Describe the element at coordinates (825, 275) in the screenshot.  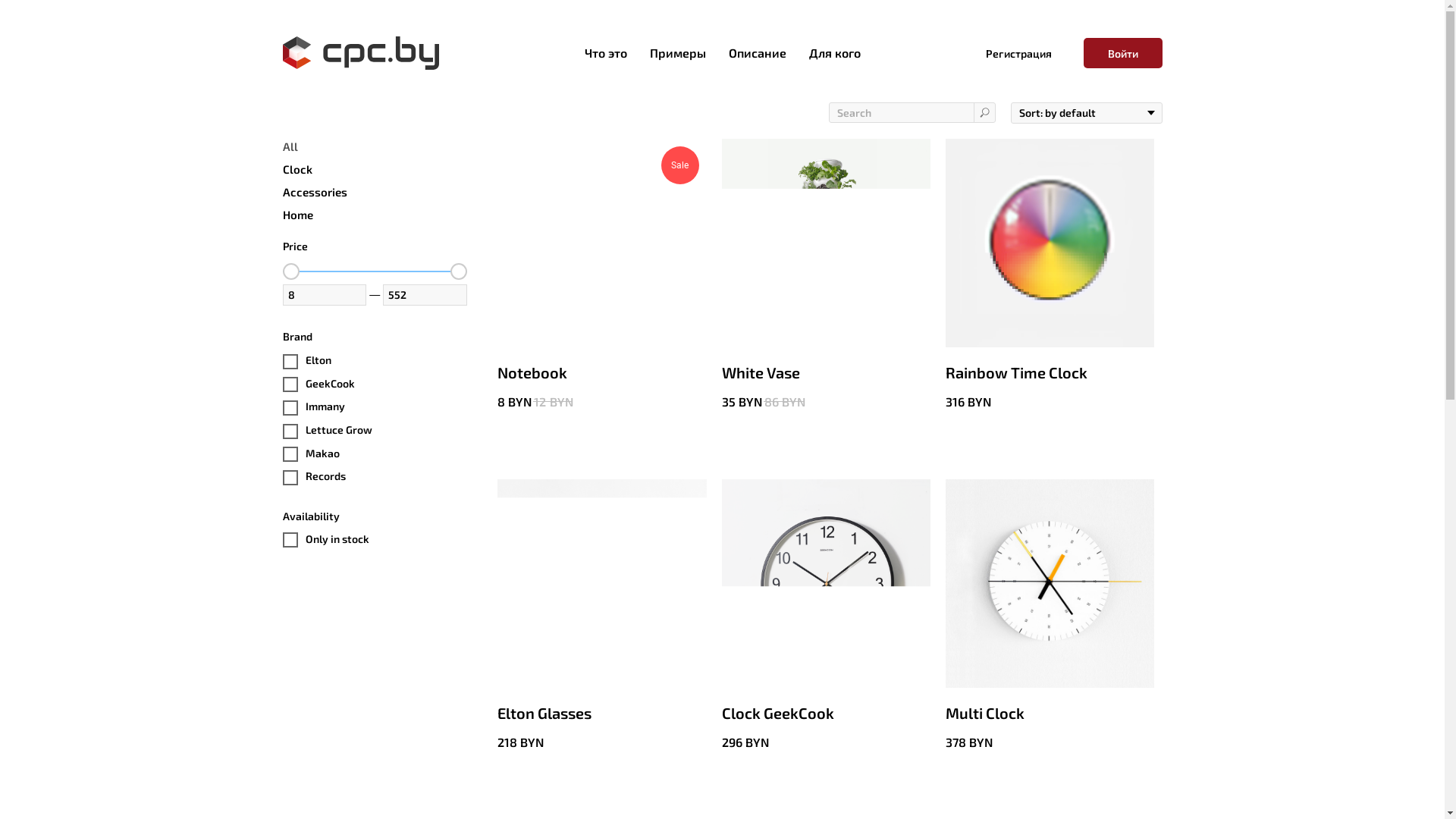
I see `'White Vase` at that location.